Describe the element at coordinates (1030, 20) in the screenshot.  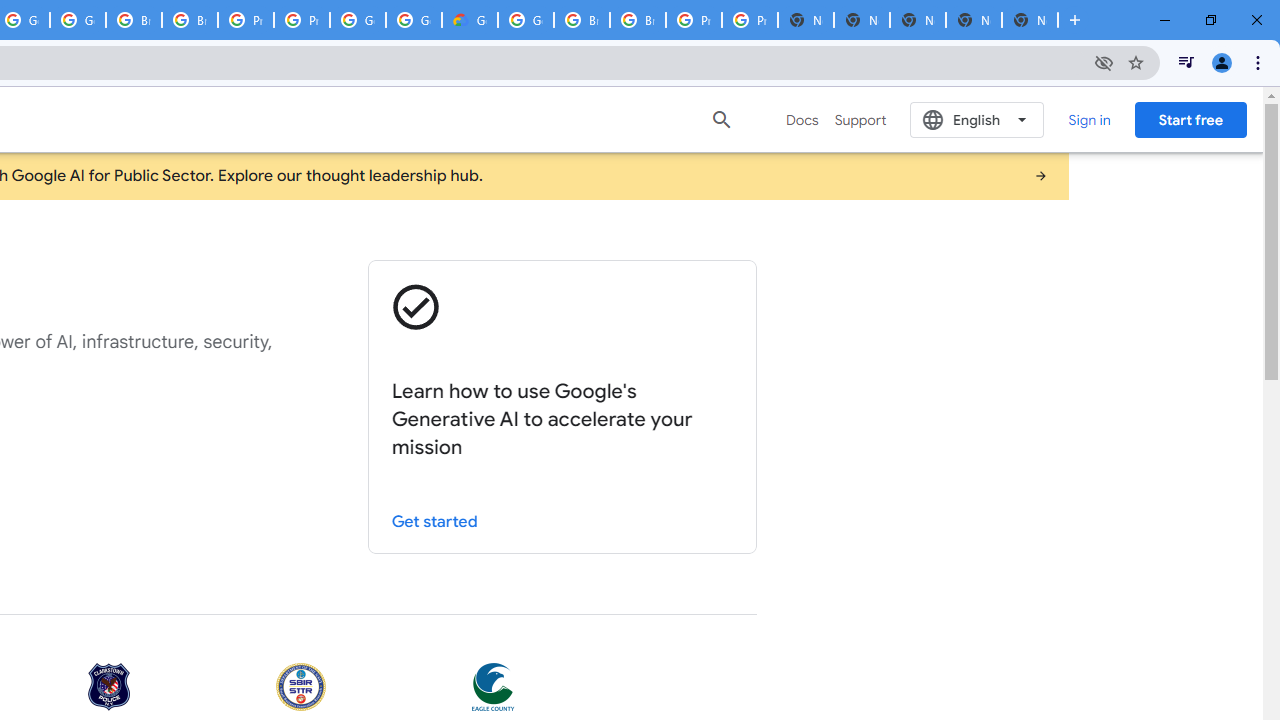
I see `'New Tab'` at that location.